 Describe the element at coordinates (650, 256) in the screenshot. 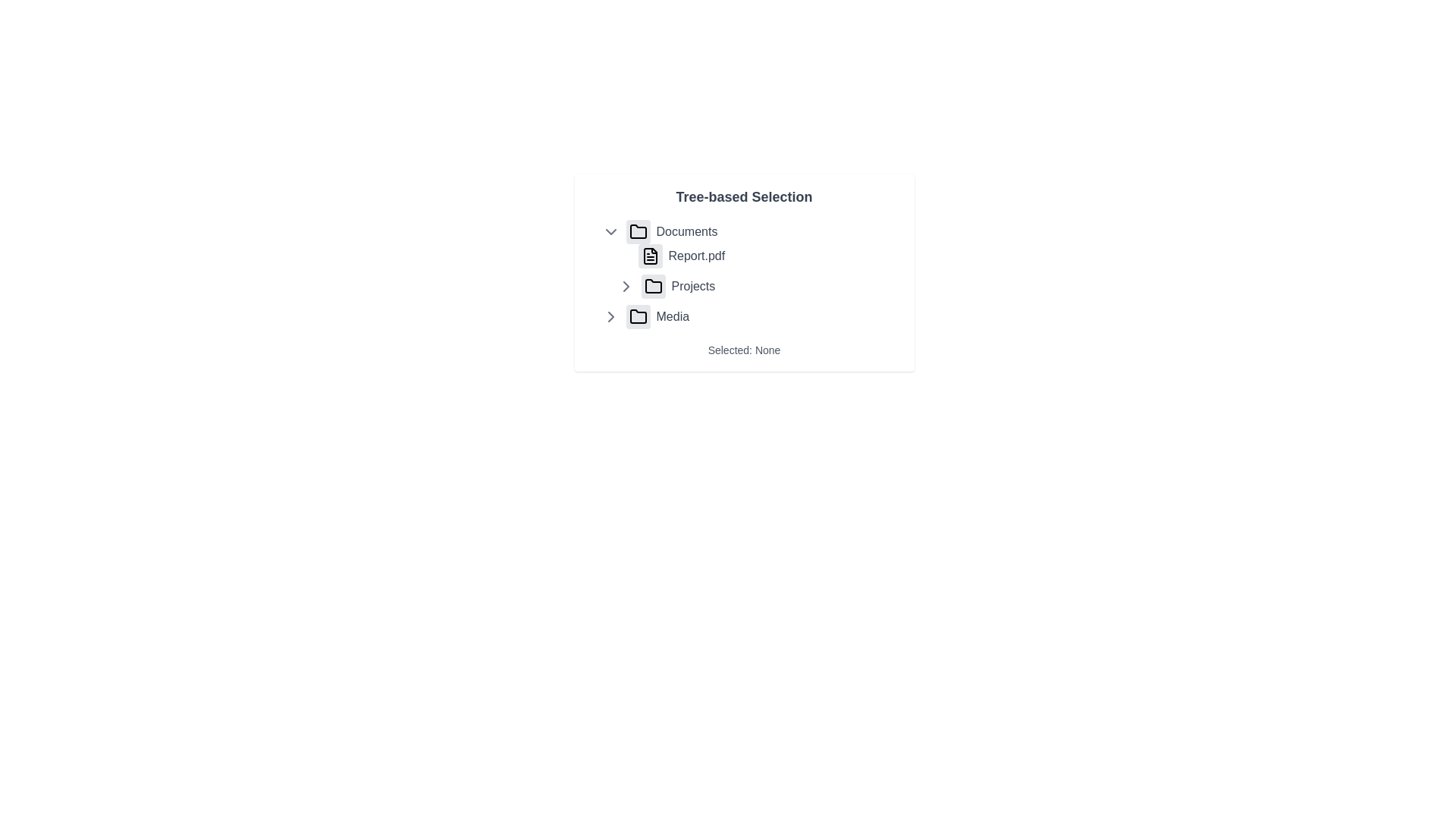

I see `the icon representing the file 'Report.pdf'` at that location.